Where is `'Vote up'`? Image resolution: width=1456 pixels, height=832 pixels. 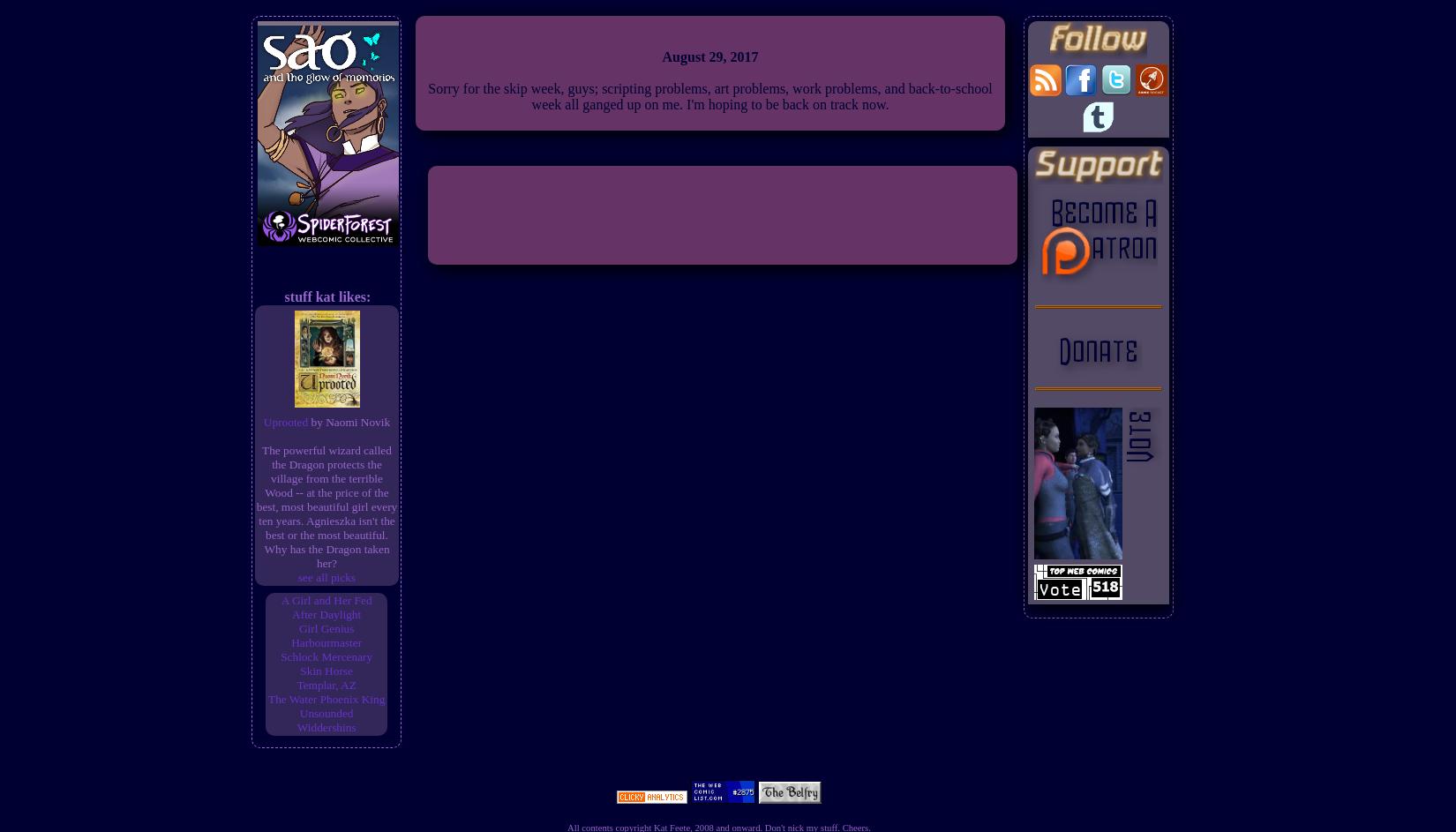
'Vote up' is located at coordinates (697, 765).